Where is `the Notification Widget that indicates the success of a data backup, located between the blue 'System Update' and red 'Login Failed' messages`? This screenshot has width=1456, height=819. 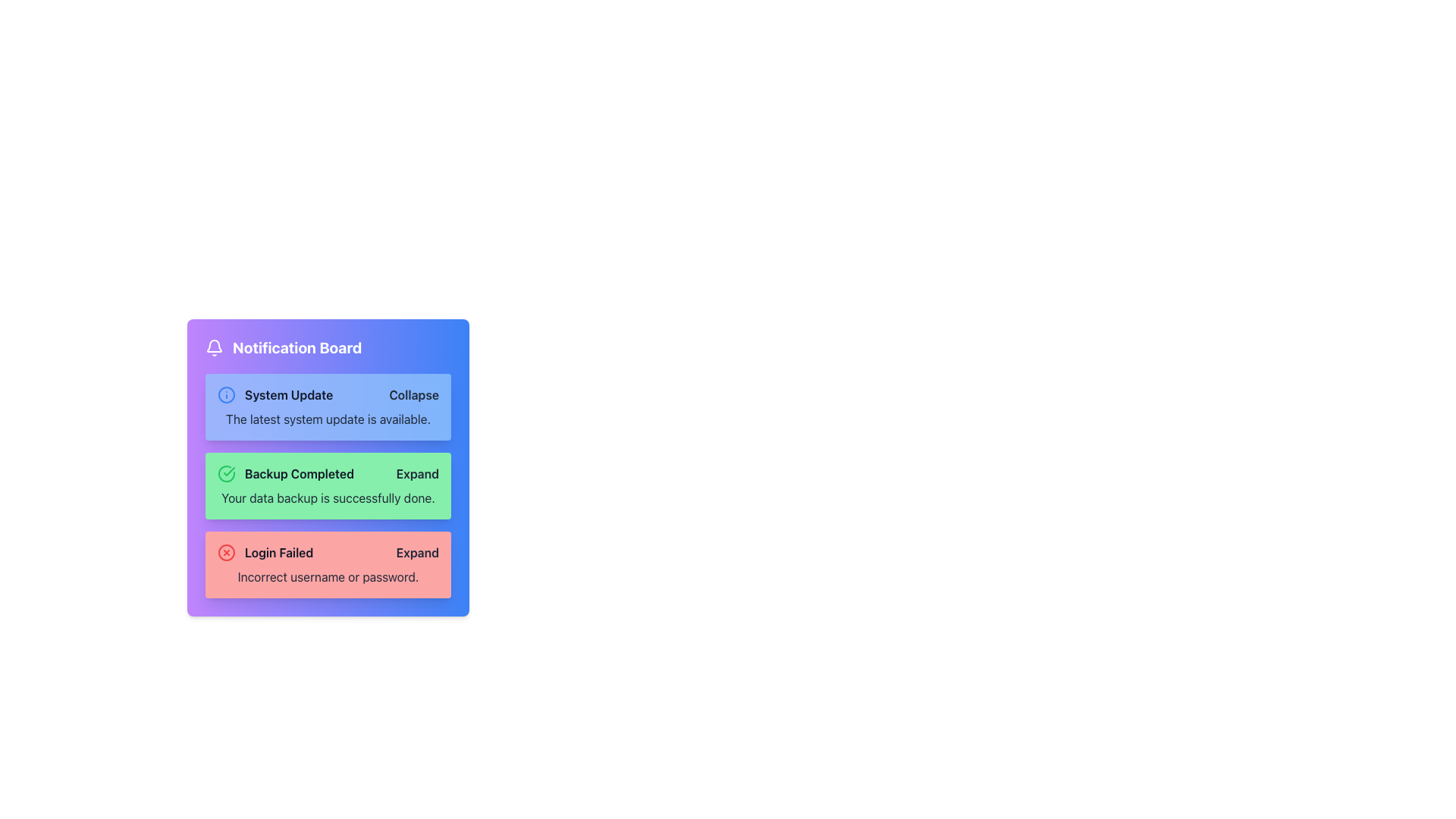
the Notification Widget that indicates the success of a data backup, located between the blue 'System Update' and red 'Login Failed' messages is located at coordinates (327, 467).